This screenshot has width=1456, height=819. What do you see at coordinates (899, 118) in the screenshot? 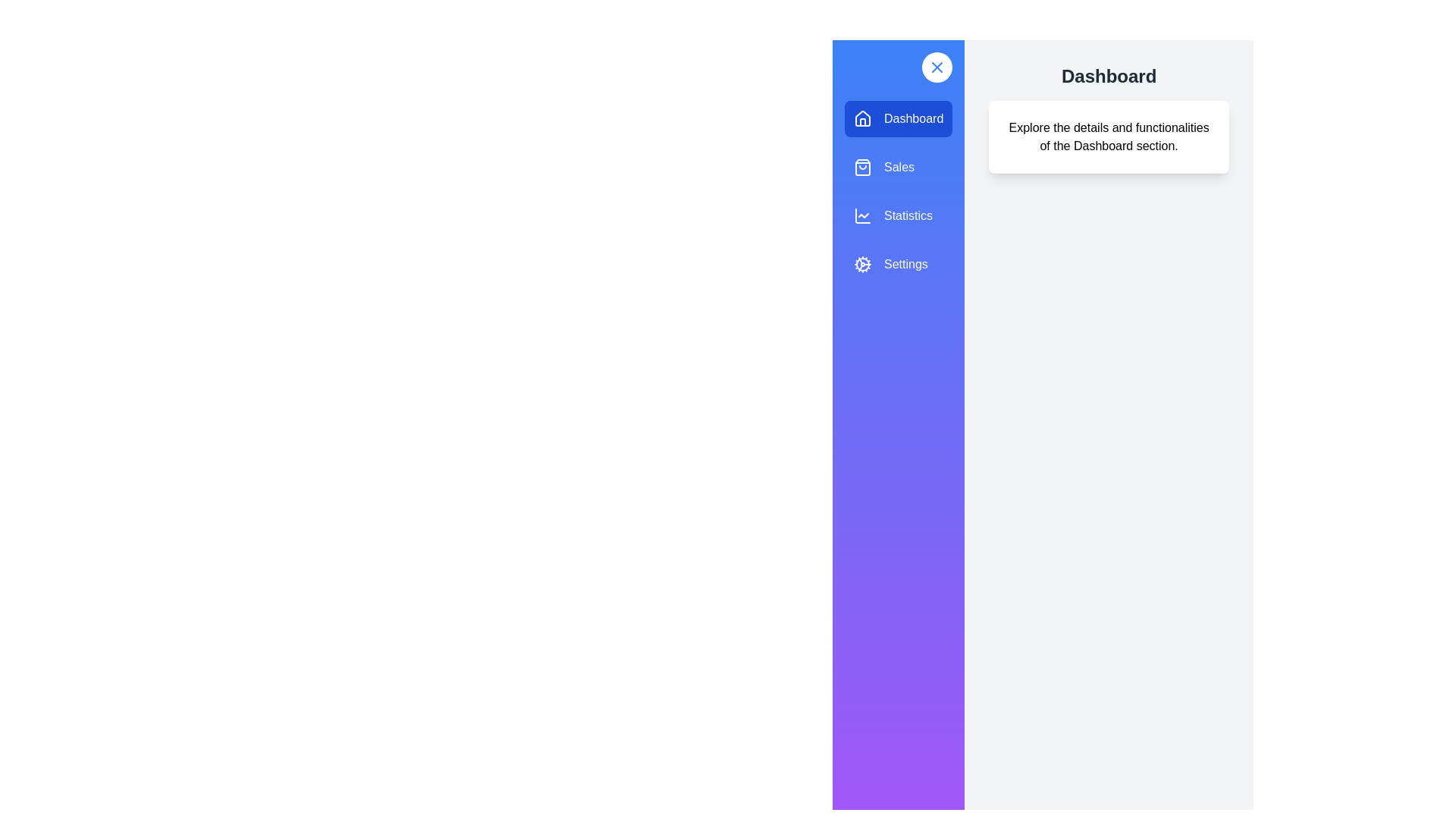
I see `the menu item labeled 'Dashboard' to view its hover effect` at bounding box center [899, 118].